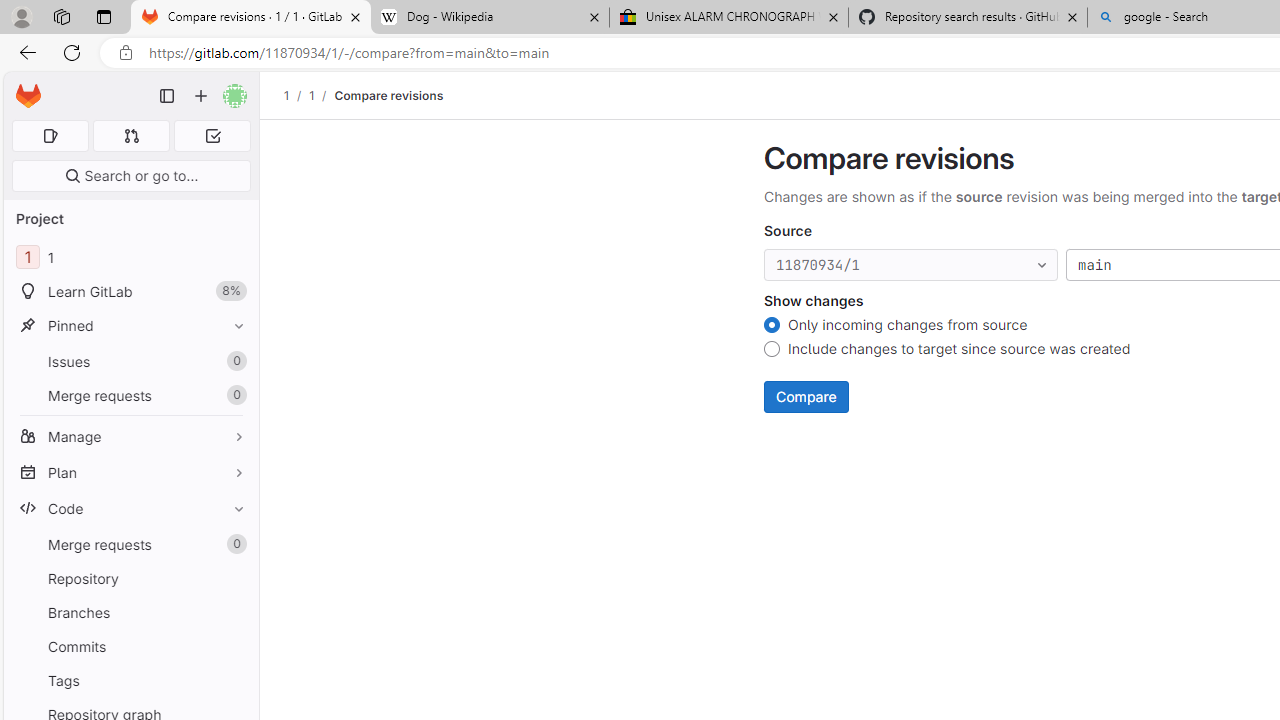 Image resolution: width=1280 pixels, height=720 pixels. Describe the element at coordinates (234, 646) in the screenshot. I see `'Pin Commits'` at that location.